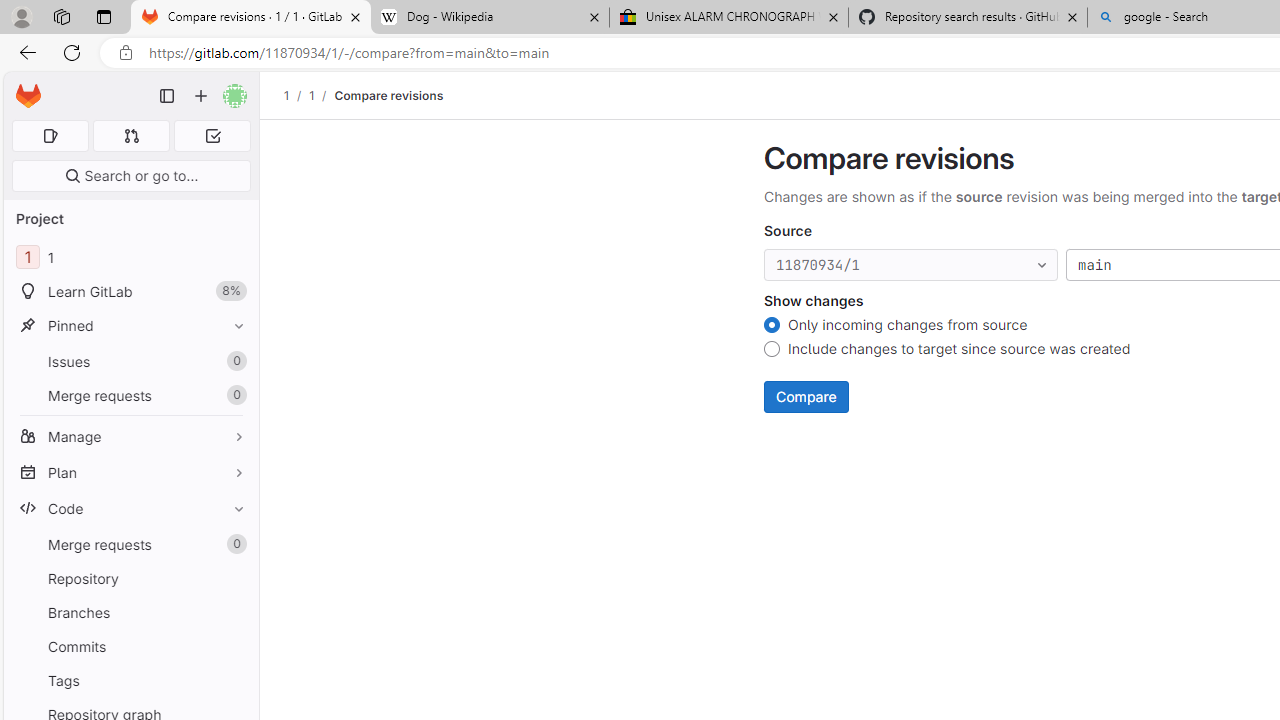 Image resolution: width=1280 pixels, height=720 pixels. Describe the element at coordinates (234, 646) in the screenshot. I see `'Pin Commits'` at that location.